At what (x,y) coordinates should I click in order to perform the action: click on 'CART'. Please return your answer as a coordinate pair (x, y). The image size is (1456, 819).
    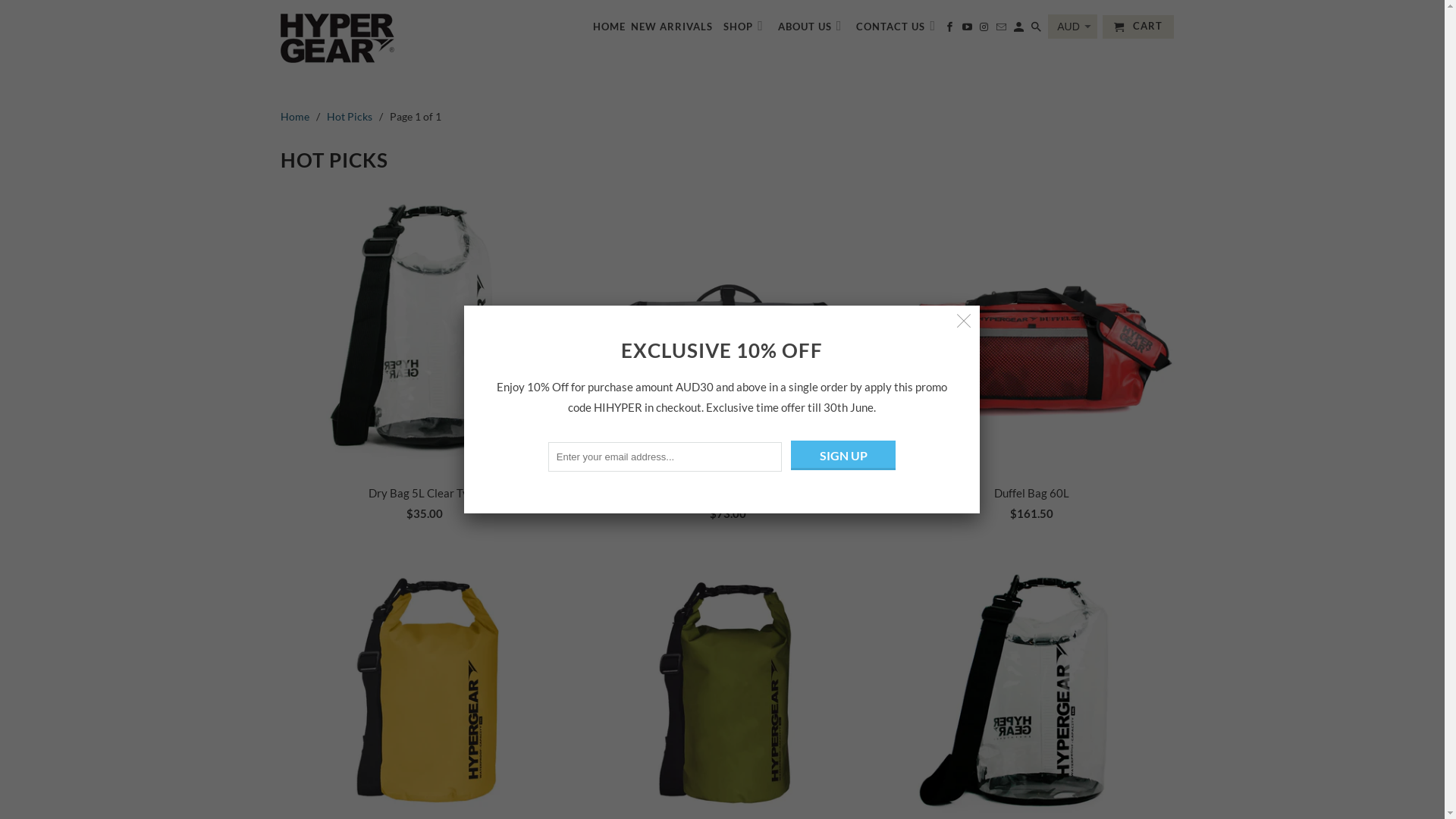
    Looking at the image, I should click on (1138, 27).